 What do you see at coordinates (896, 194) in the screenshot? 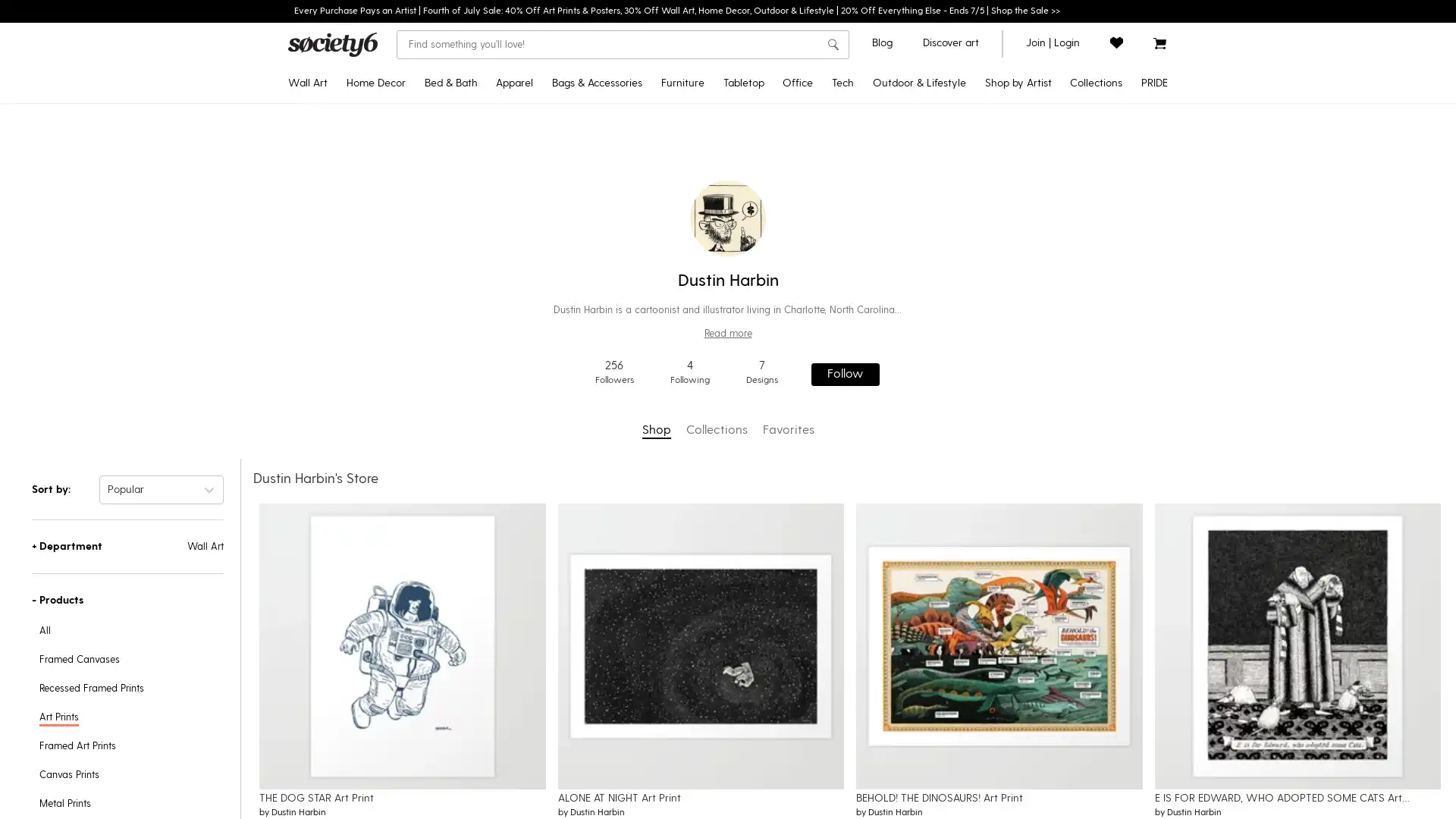
I see `Android Wallet Cases` at bounding box center [896, 194].